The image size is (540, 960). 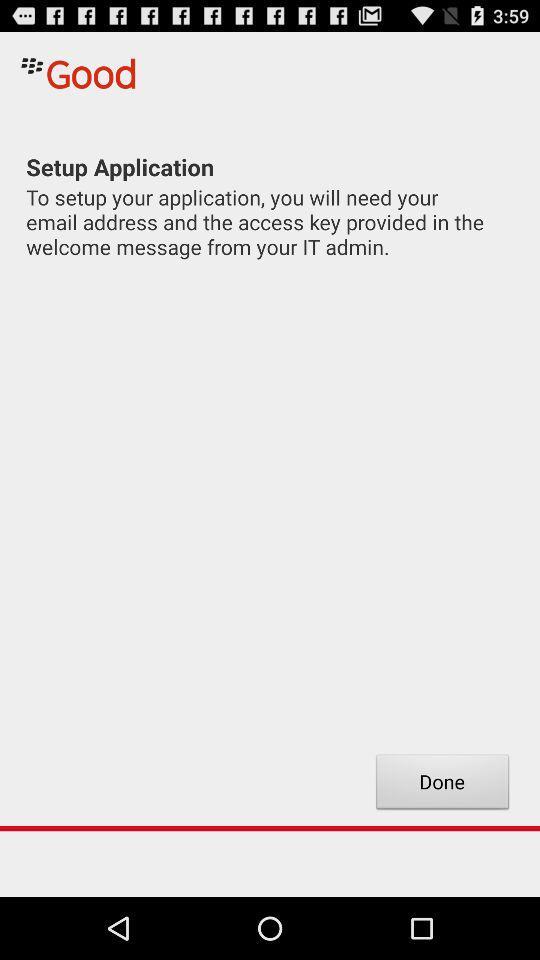 I want to click on the done button, so click(x=442, y=784).